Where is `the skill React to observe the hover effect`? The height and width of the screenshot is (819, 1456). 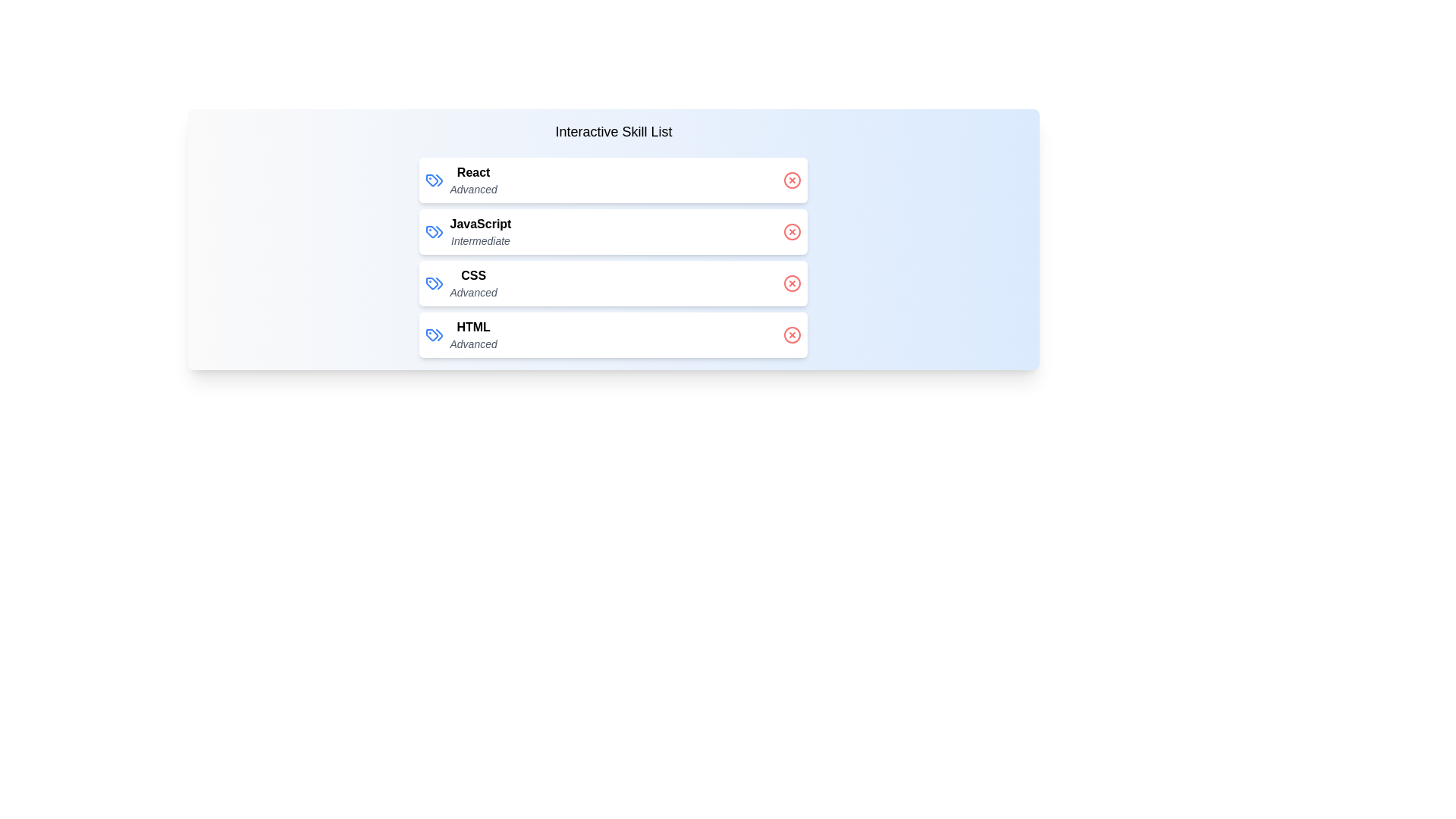 the skill React to observe the hover effect is located at coordinates (613, 180).